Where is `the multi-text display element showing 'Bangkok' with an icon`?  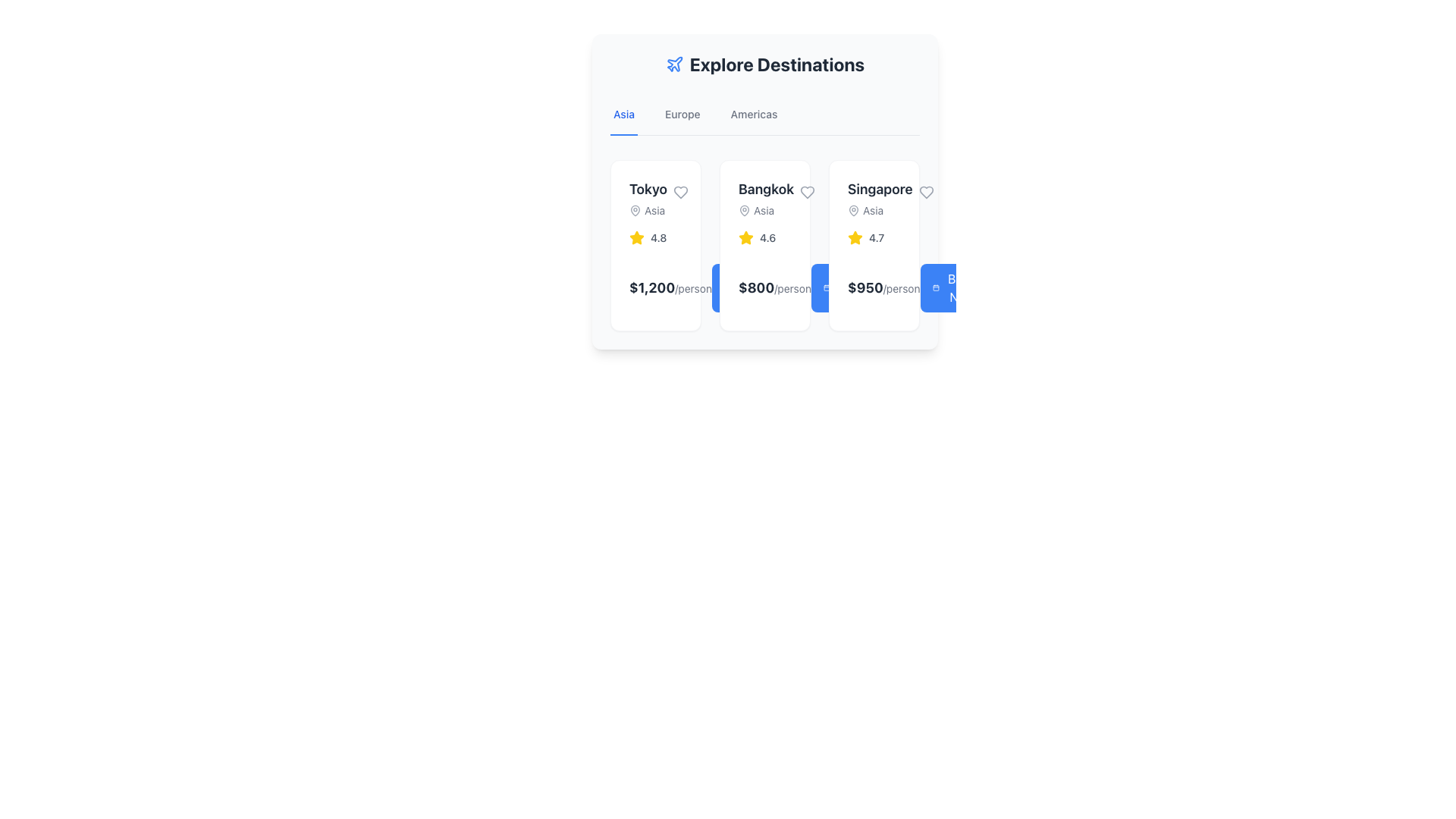
the multi-text display element showing 'Bangkok' with an icon is located at coordinates (765, 198).